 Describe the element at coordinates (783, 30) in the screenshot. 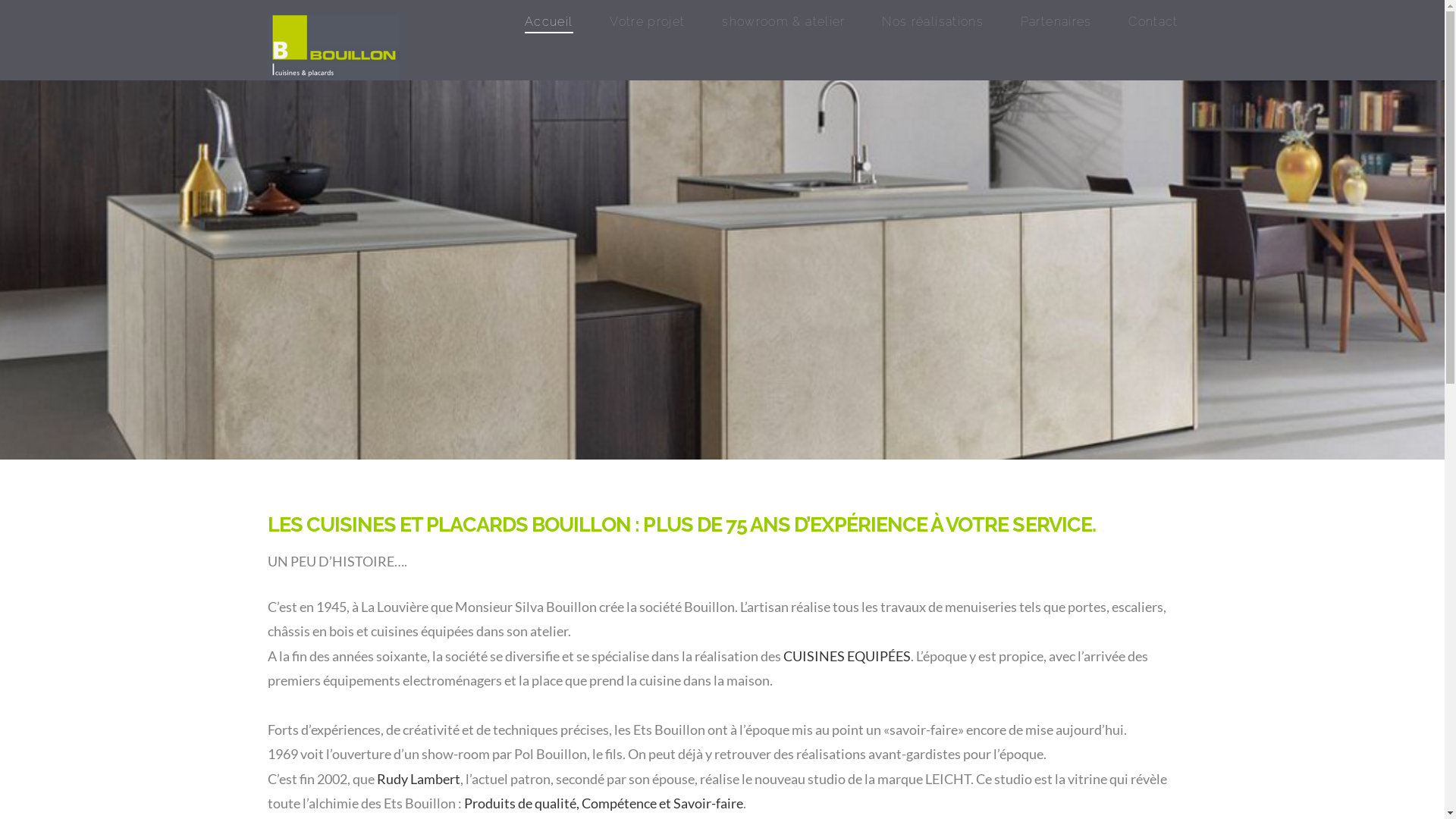

I see `'showroom & atelier'` at that location.